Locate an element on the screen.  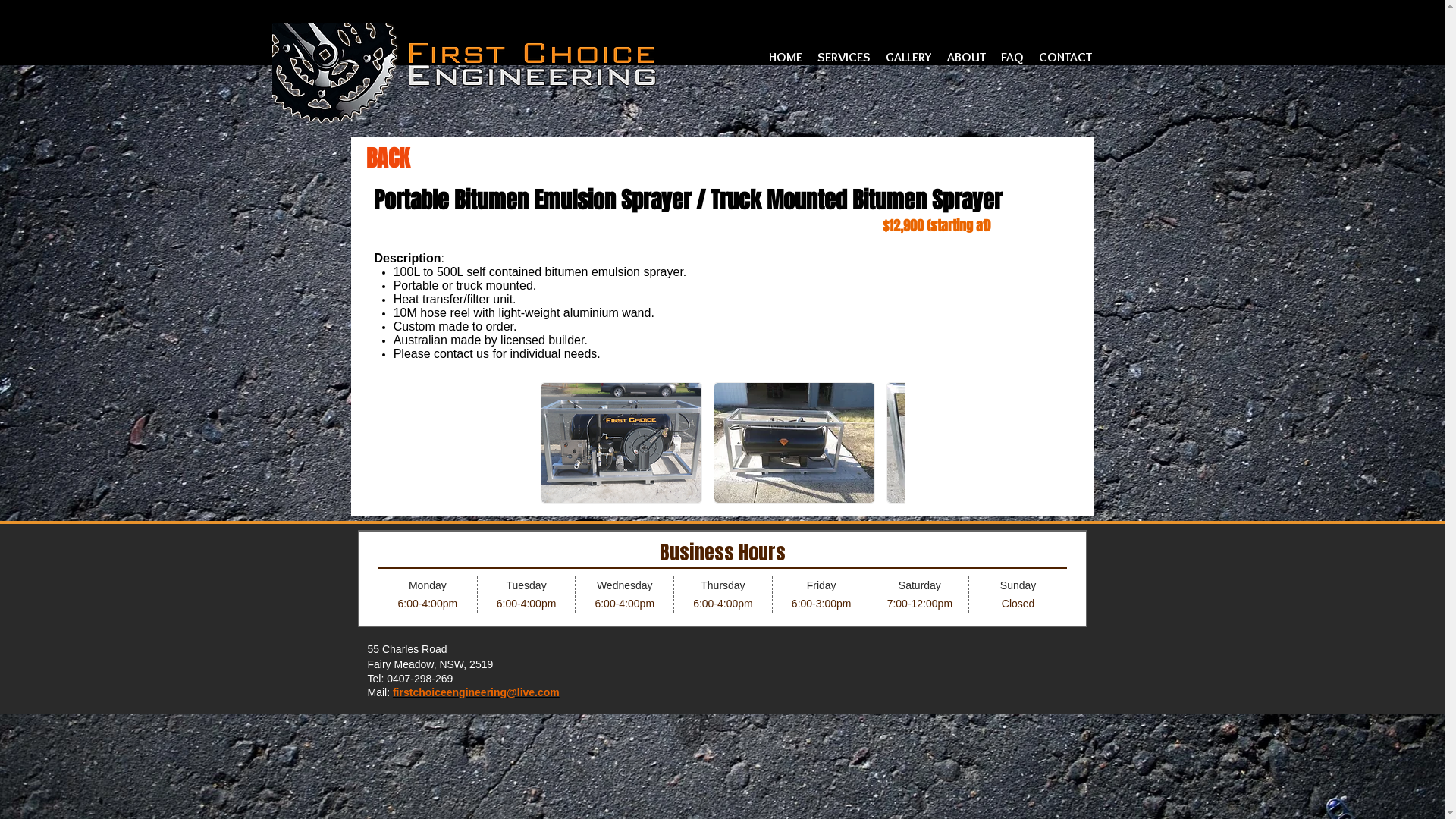
'Open for Business' is located at coordinates (722, 579).